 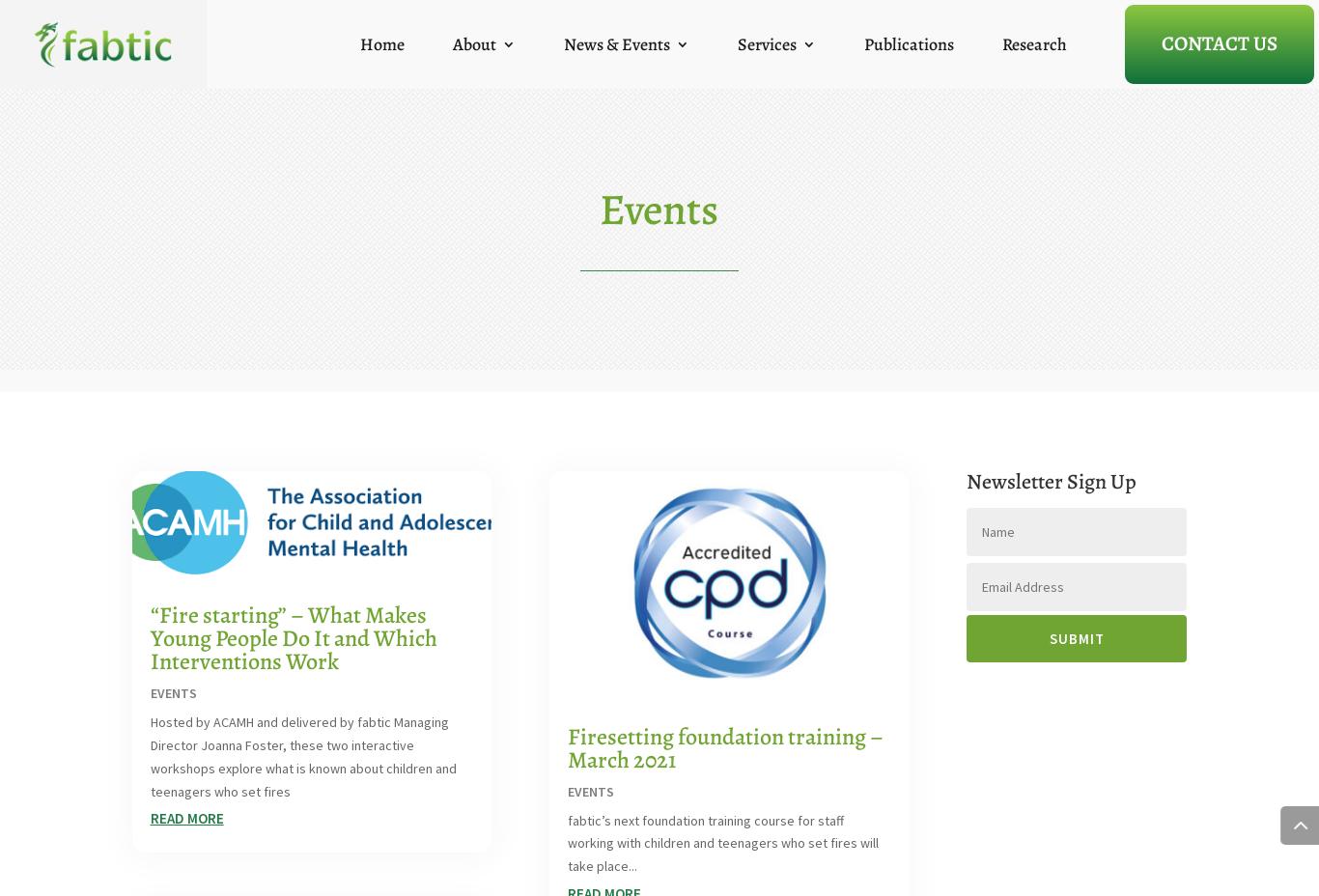 What do you see at coordinates (506, 166) in the screenshot?
I see `'Why Choose Us?'` at bounding box center [506, 166].